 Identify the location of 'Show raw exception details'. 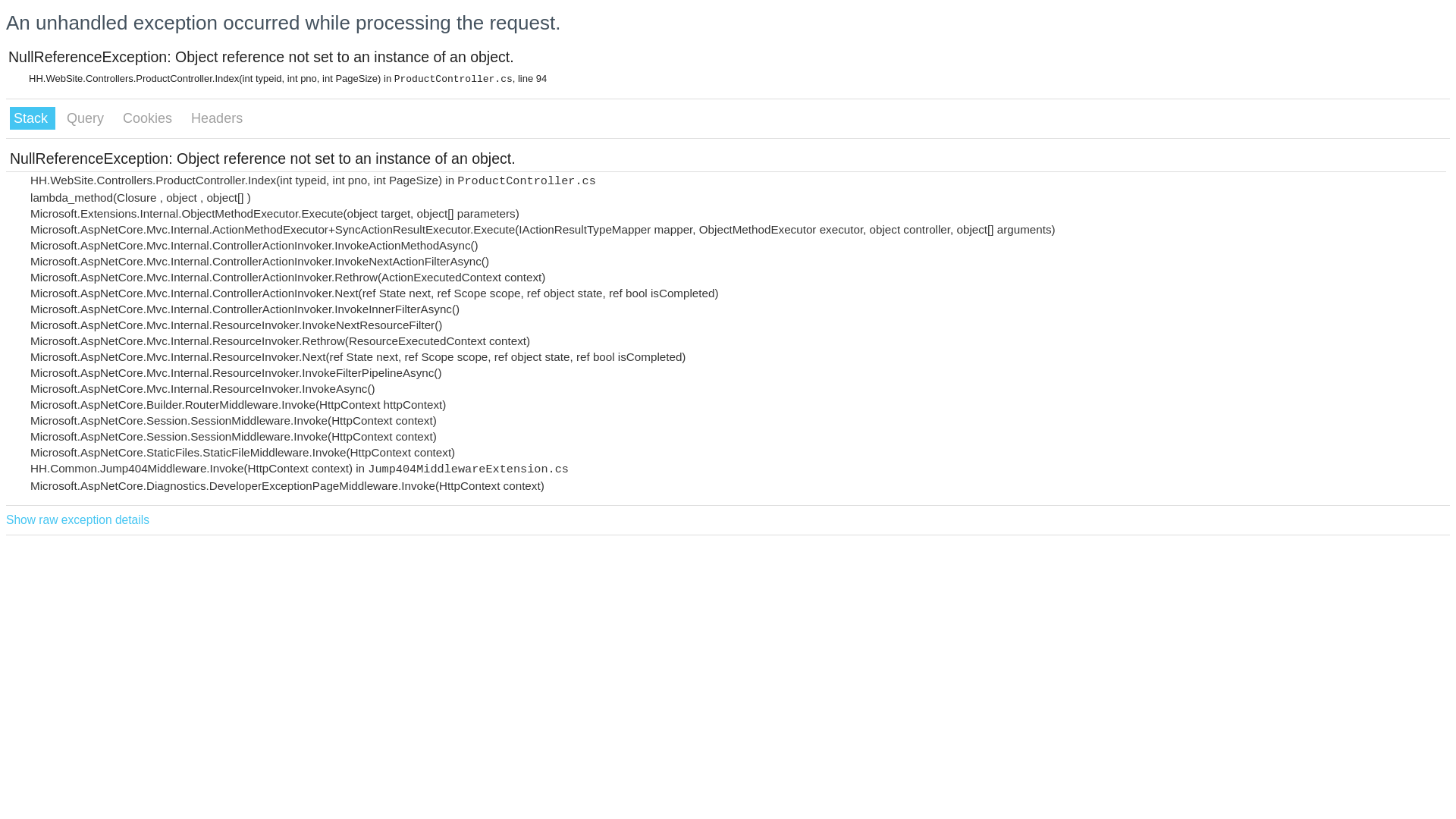
(77, 519).